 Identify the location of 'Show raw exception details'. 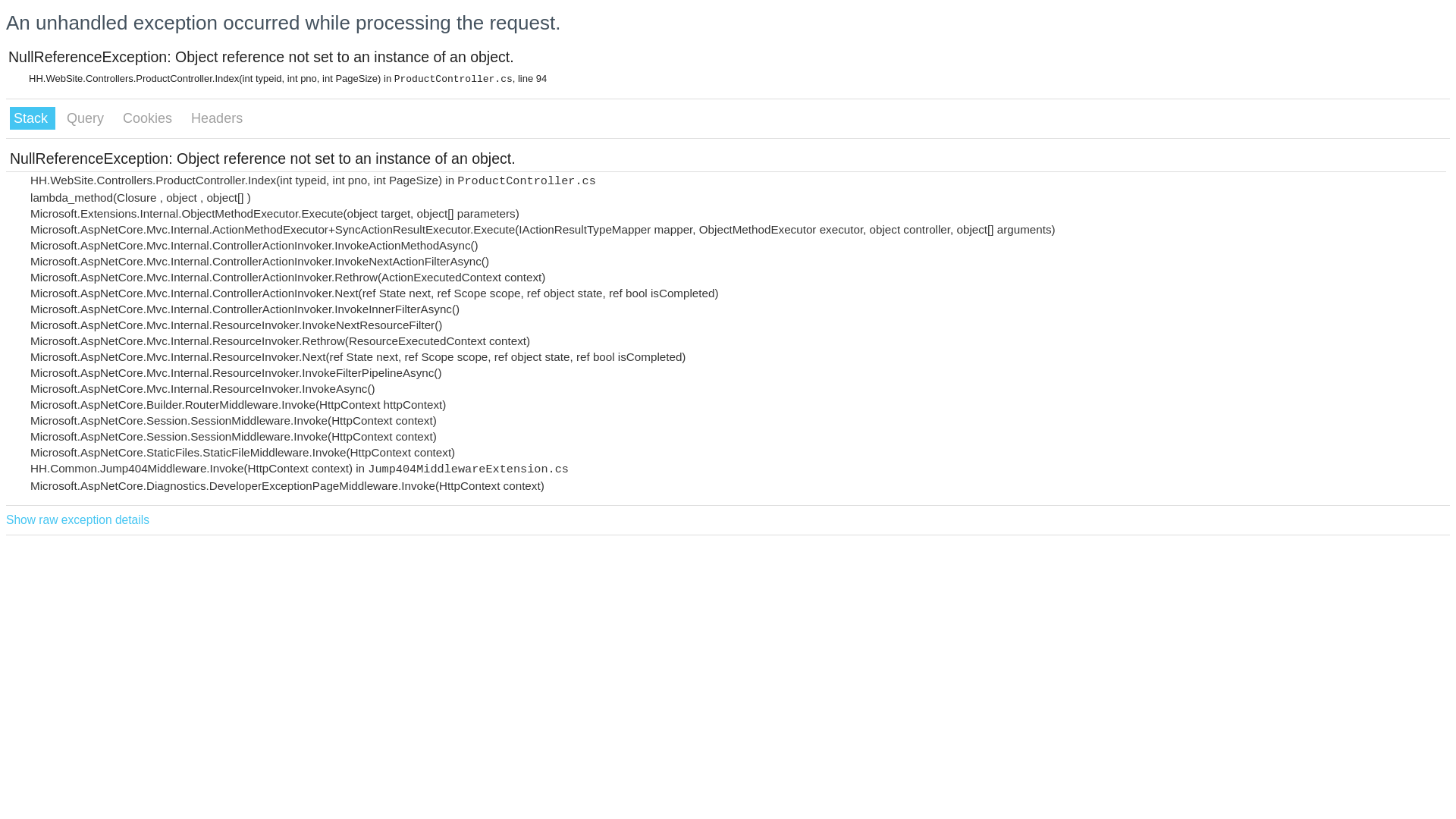
(77, 519).